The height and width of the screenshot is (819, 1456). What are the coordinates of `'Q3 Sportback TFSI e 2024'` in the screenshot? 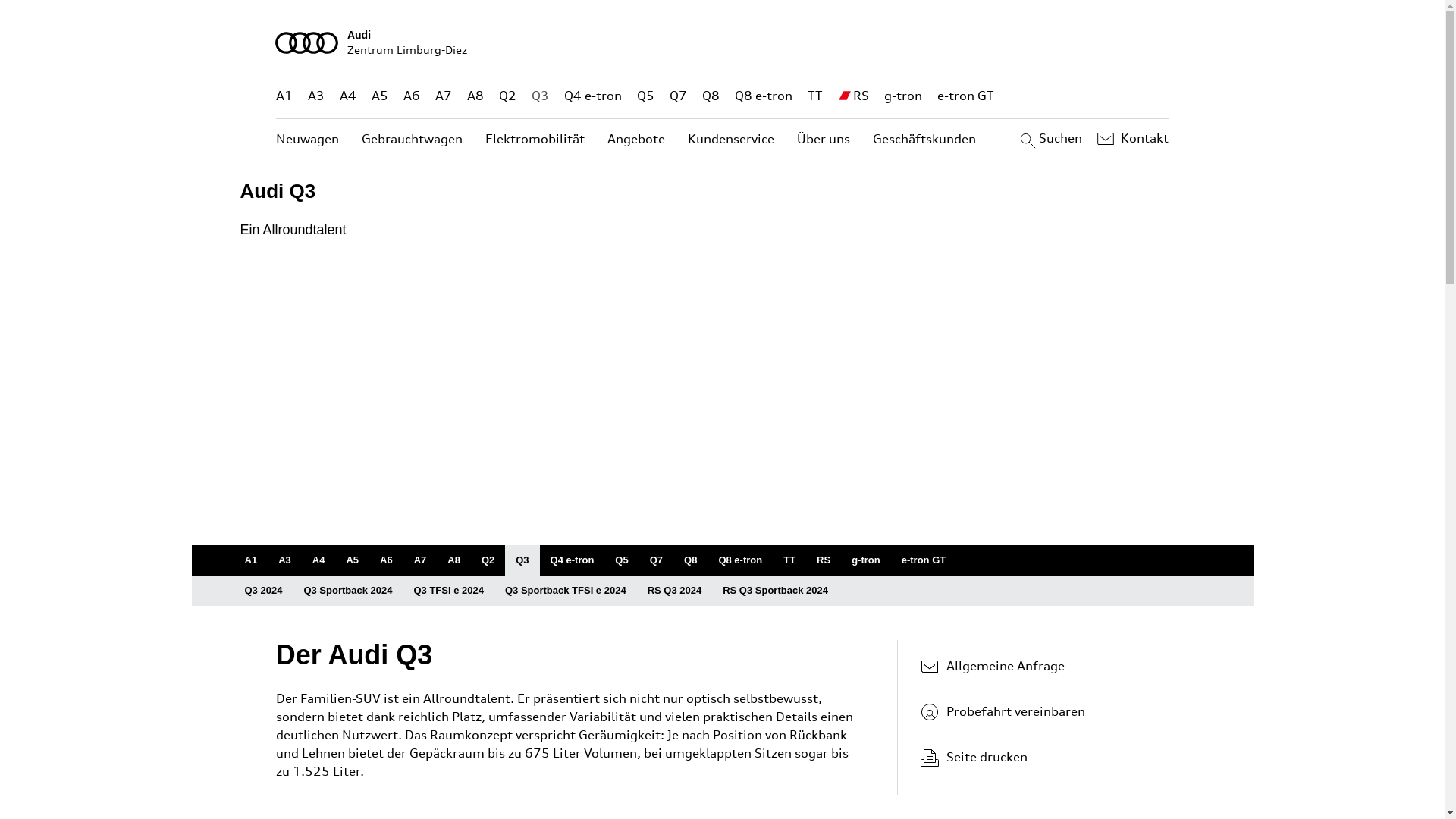 It's located at (564, 590).